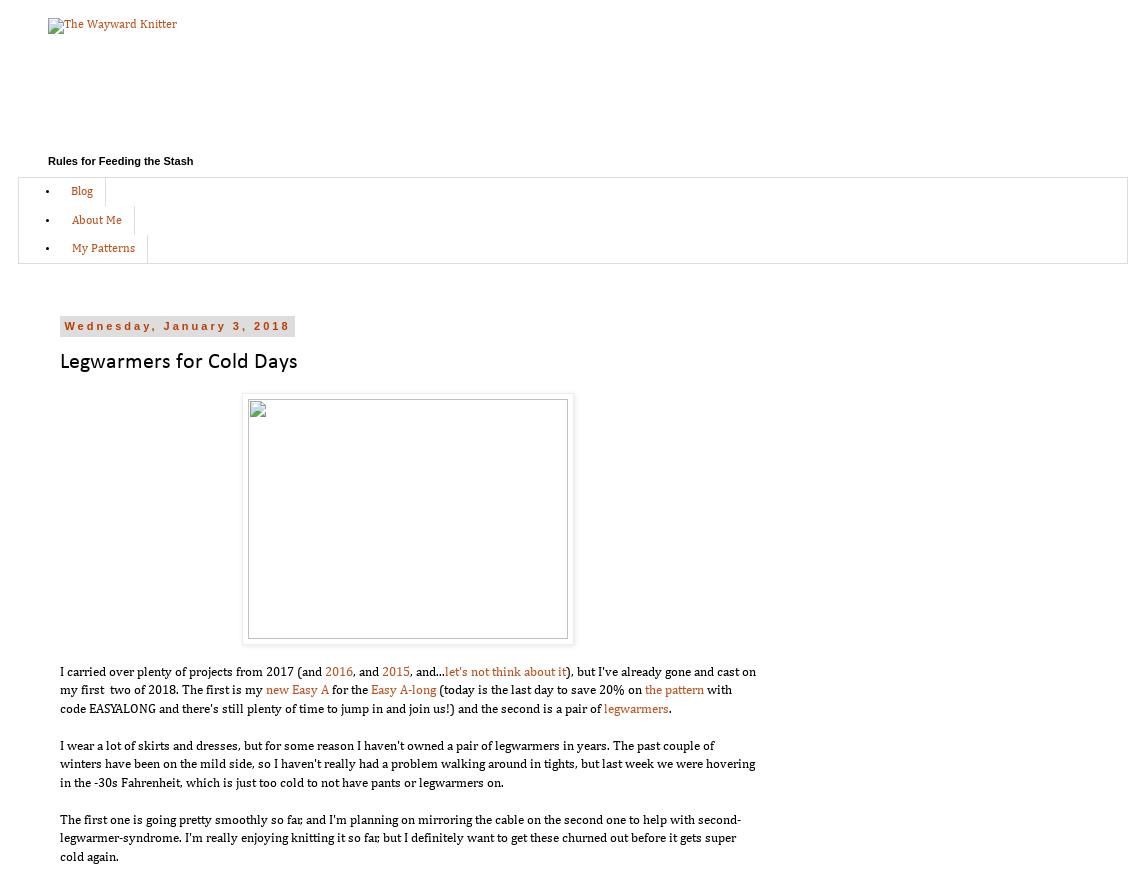 The height and width of the screenshot is (880, 1138). I want to click on 'The first one is going pretty smoothly so far, and I'm planning on mirroring the cable on the second one to help with second-legwarmer-syndrome. I'm really enjoying knitting it so far, but I definitely want to get these churned out before it gets super cold again.', so click(399, 837).